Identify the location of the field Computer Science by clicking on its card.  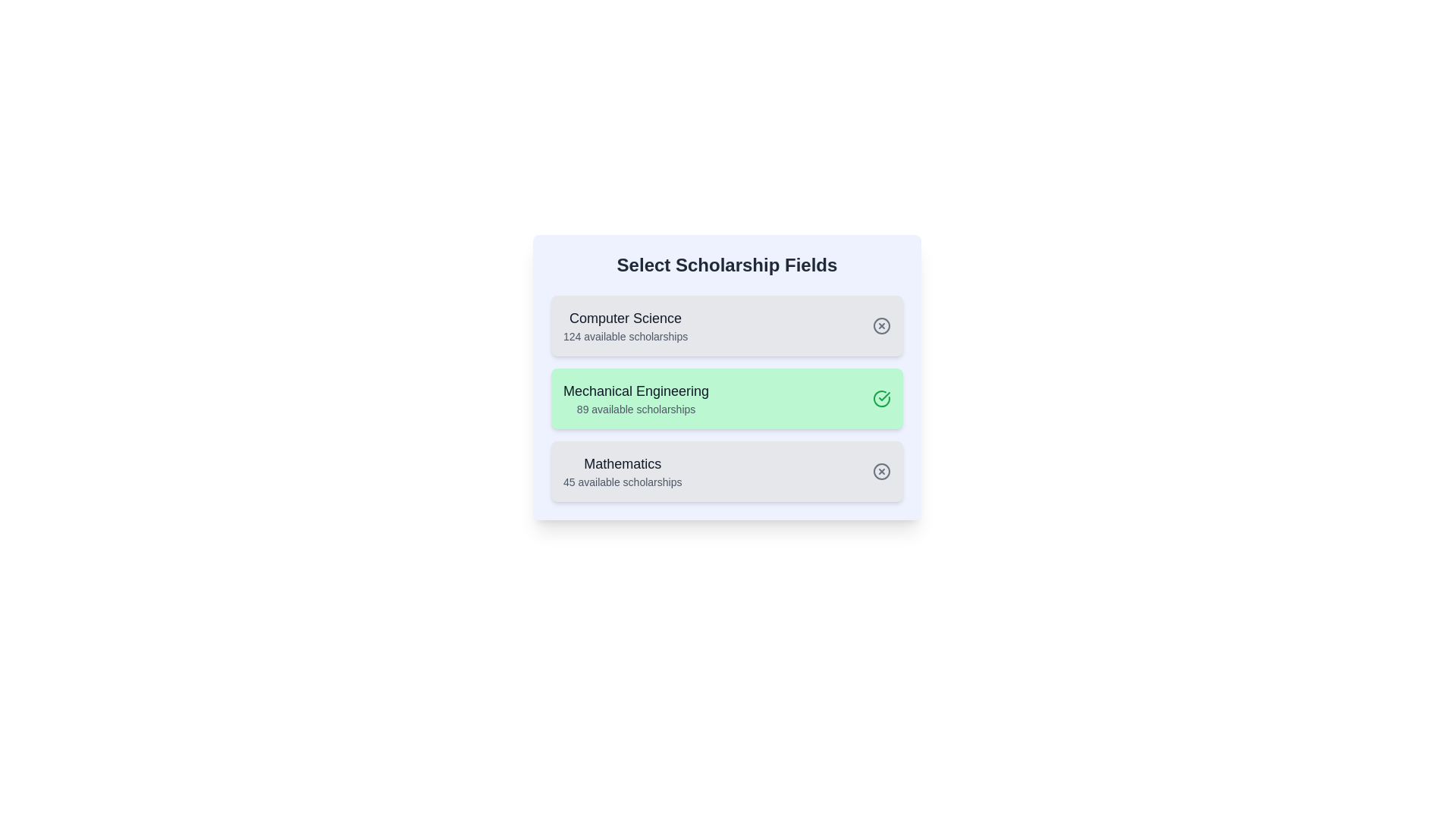
(726, 325).